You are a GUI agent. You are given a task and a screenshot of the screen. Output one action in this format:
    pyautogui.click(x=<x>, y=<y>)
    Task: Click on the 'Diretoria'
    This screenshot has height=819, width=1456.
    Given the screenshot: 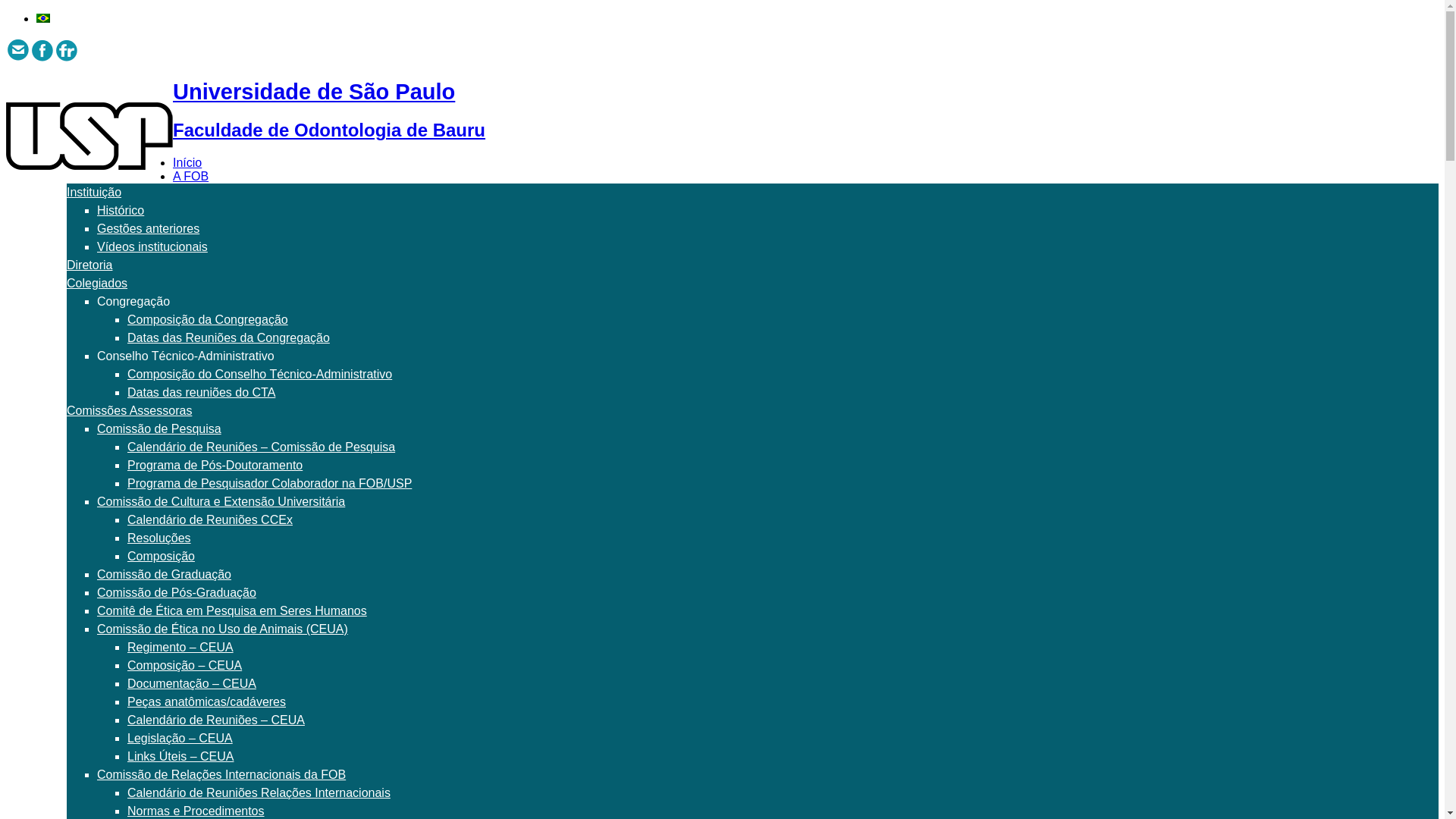 What is the action you would take?
    pyautogui.click(x=89, y=264)
    